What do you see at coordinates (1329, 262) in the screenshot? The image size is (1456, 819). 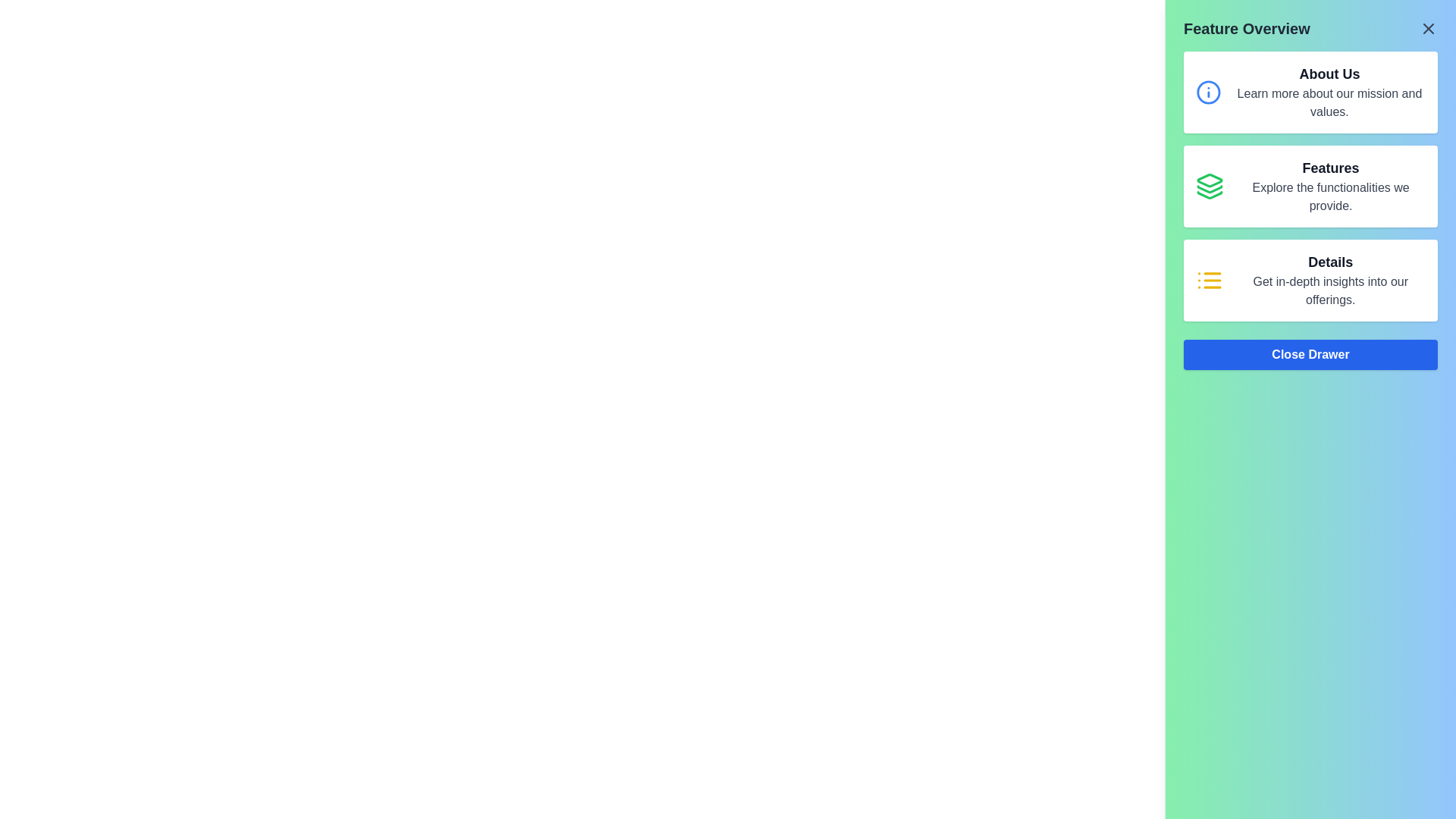 I see `the title text that indicates the subject or category of the associated content, located within a card in the right-side panel` at bounding box center [1329, 262].